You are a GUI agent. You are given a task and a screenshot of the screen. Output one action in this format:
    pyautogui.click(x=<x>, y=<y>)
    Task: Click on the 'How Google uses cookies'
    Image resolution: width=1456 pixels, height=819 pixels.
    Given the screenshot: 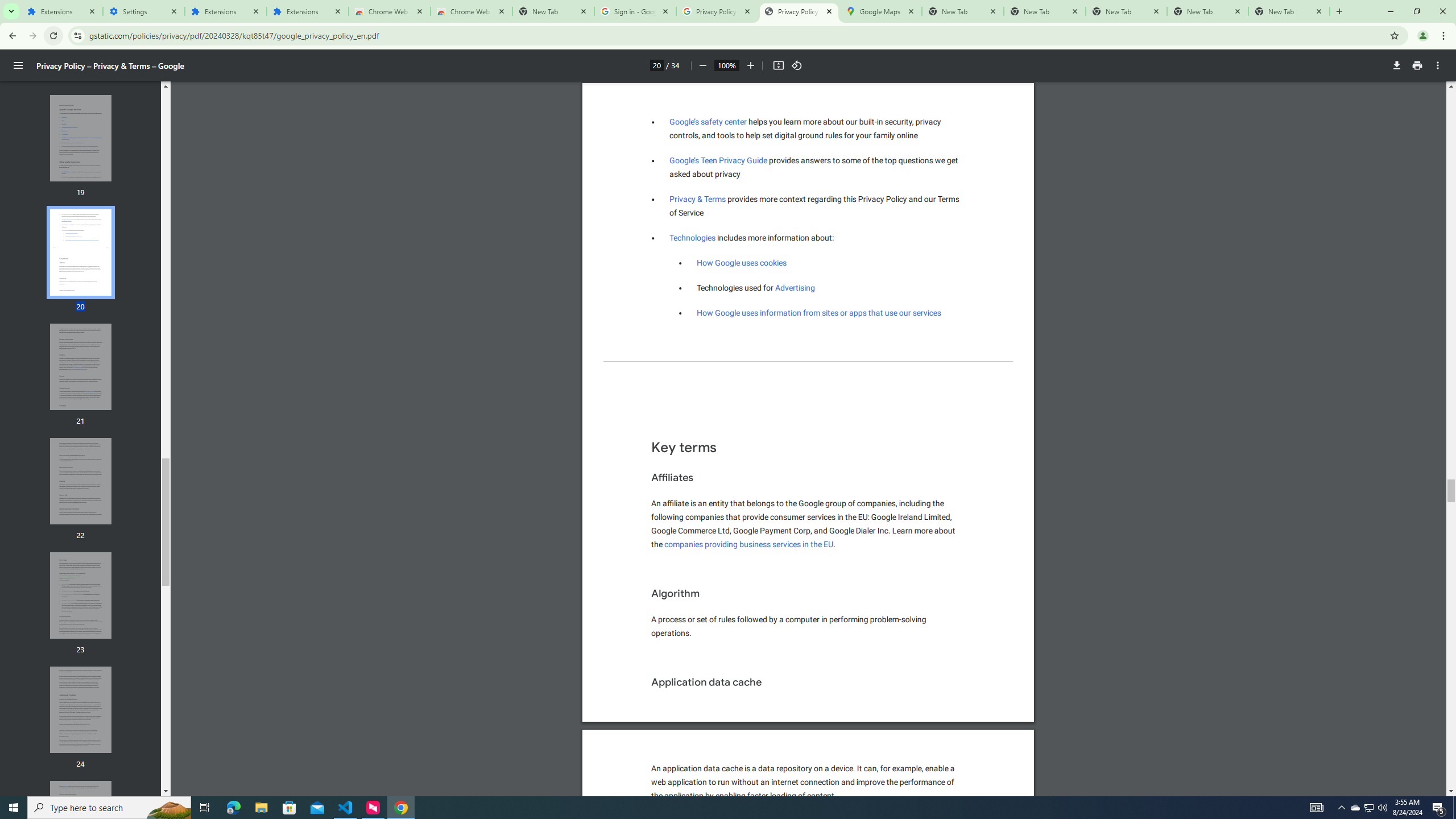 What is the action you would take?
    pyautogui.click(x=742, y=263)
    